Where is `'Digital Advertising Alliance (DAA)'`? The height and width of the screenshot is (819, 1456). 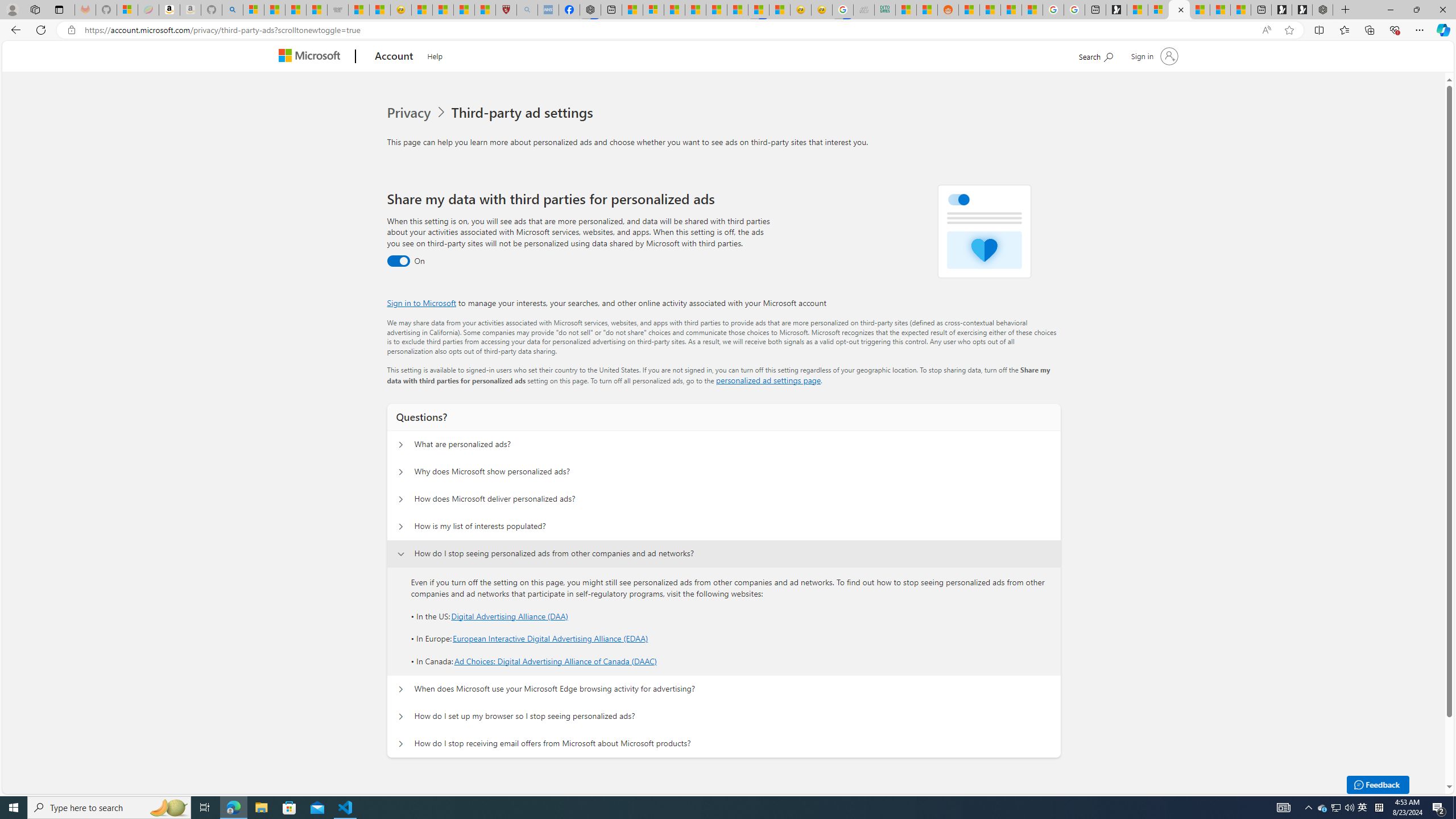 'Digital Advertising Alliance (DAA)' is located at coordinates (510, 615).